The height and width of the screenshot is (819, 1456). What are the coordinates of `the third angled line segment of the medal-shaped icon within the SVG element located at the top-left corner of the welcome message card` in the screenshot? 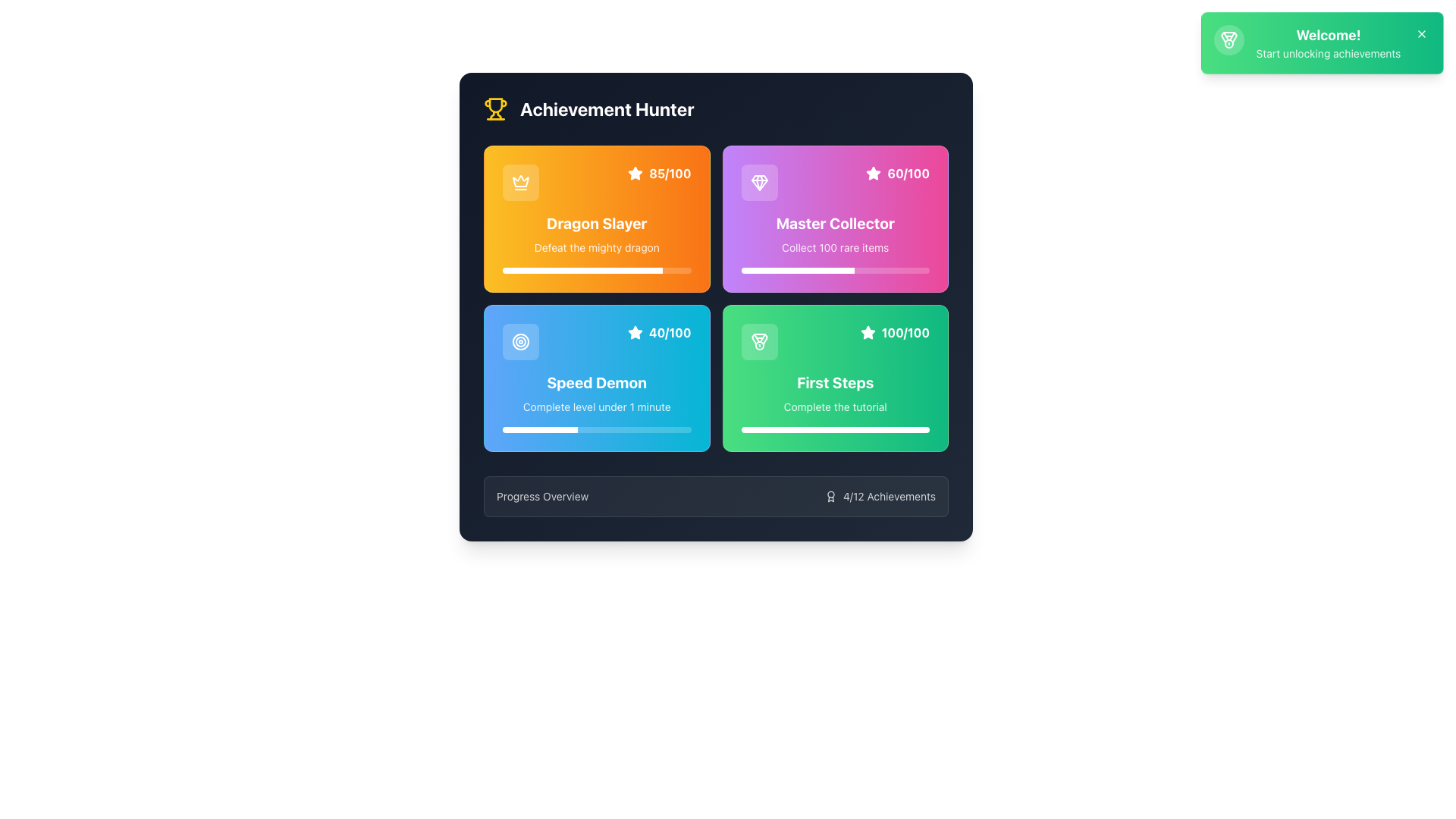 It's located at (1232, 36).